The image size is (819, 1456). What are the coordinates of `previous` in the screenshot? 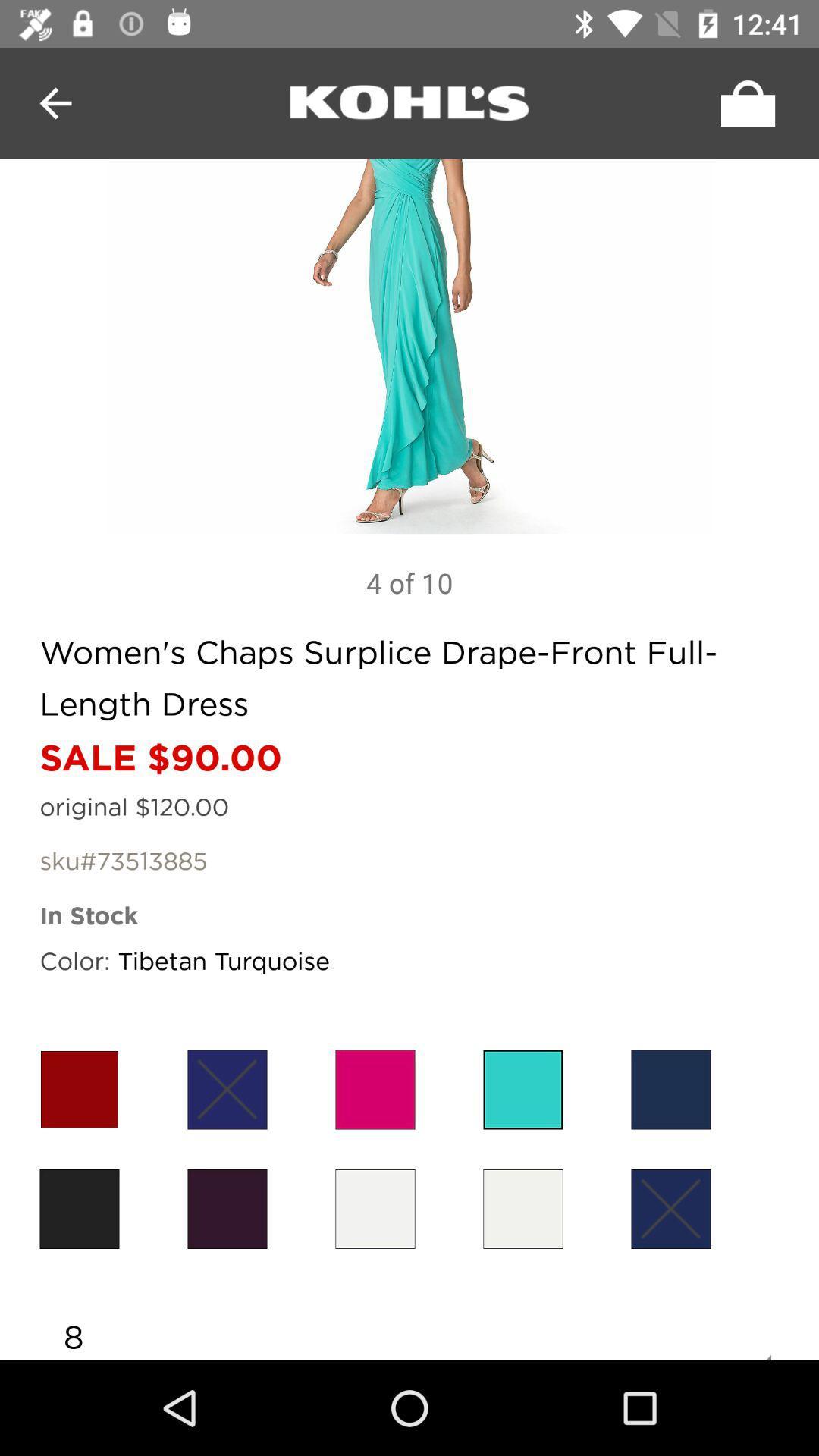 It's located at (55, 102).